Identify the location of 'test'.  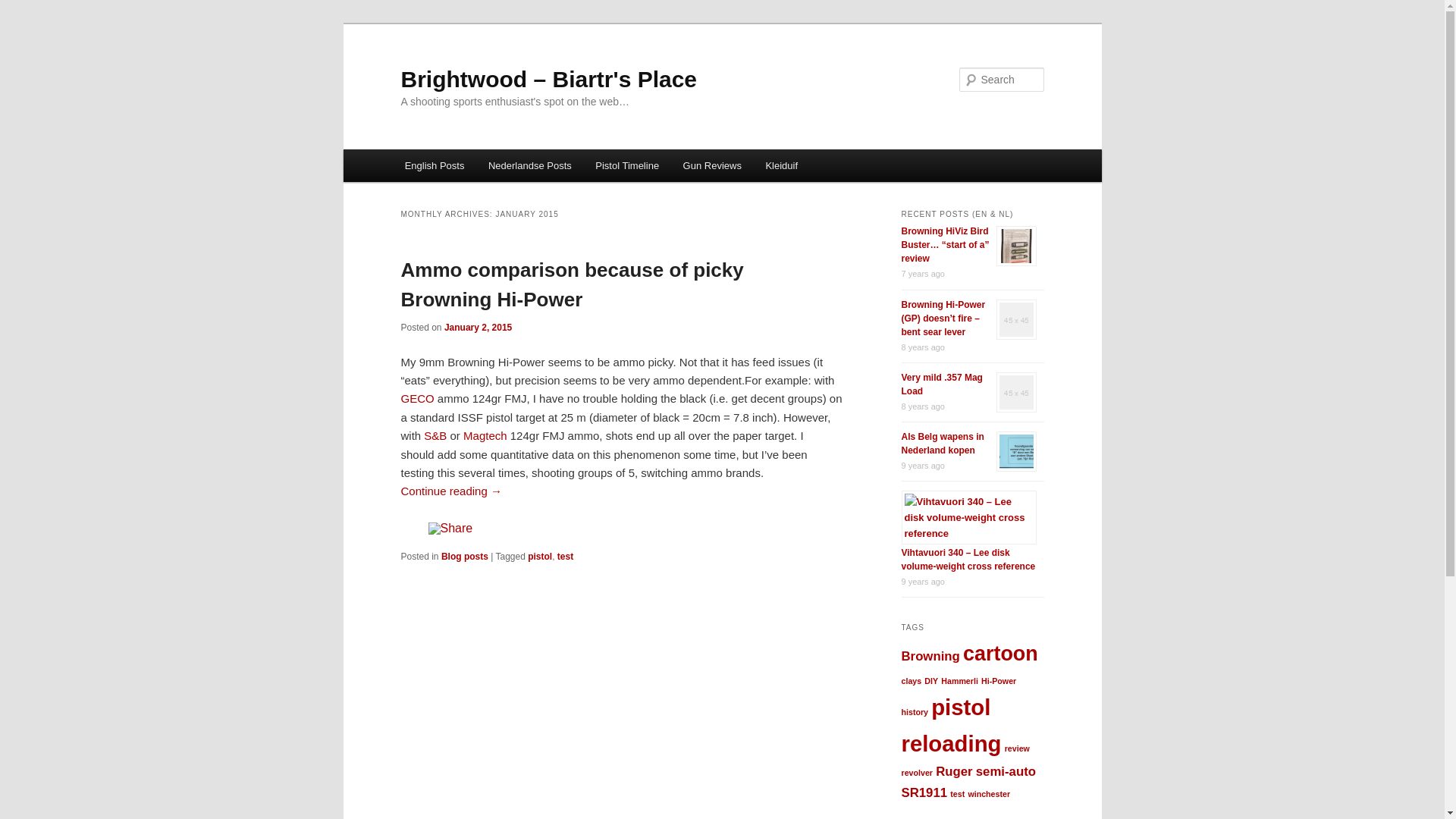
(564, 556).